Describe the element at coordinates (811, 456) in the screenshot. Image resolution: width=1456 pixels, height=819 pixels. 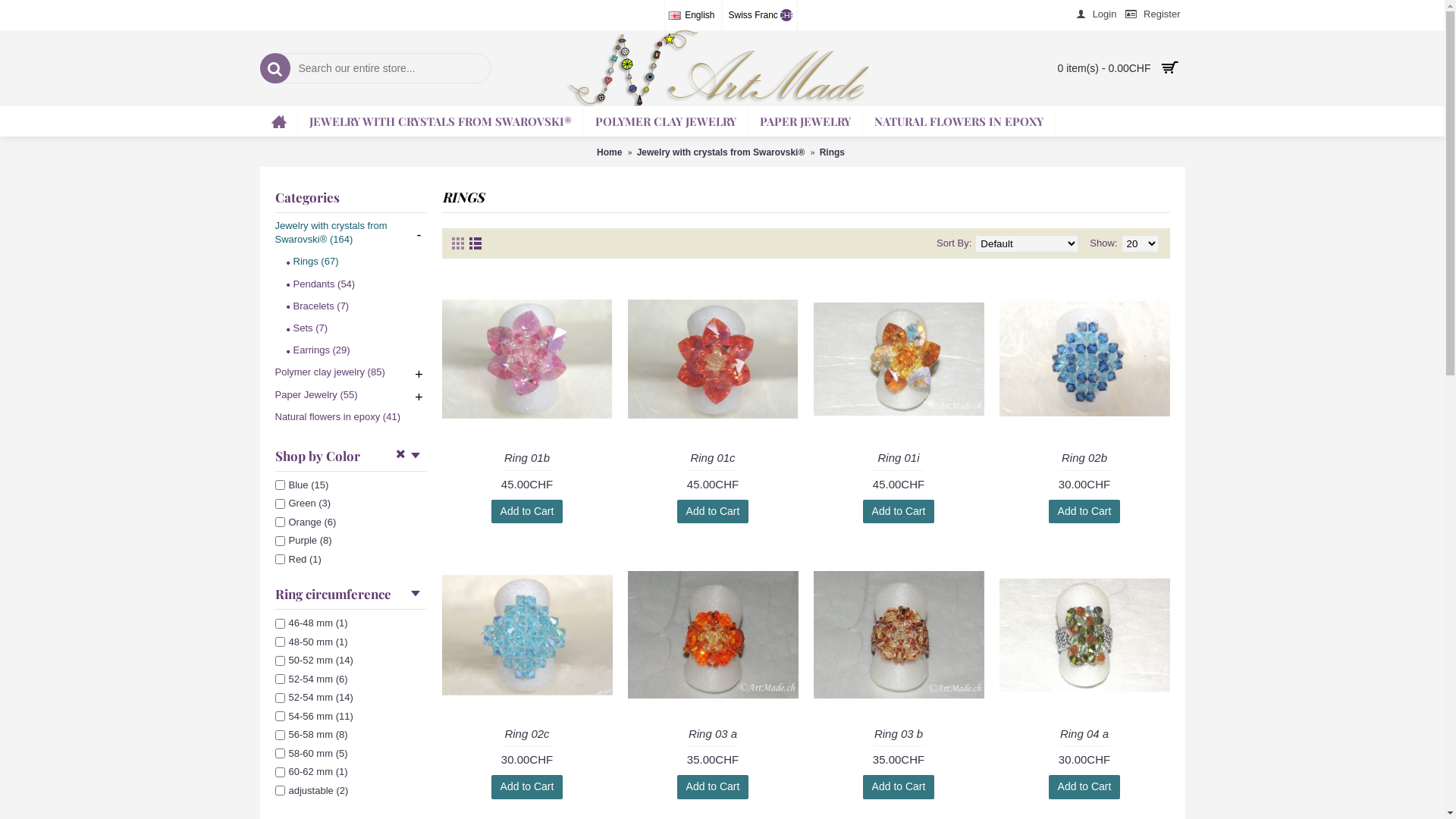
I see `'Ring 01i'` at that location.